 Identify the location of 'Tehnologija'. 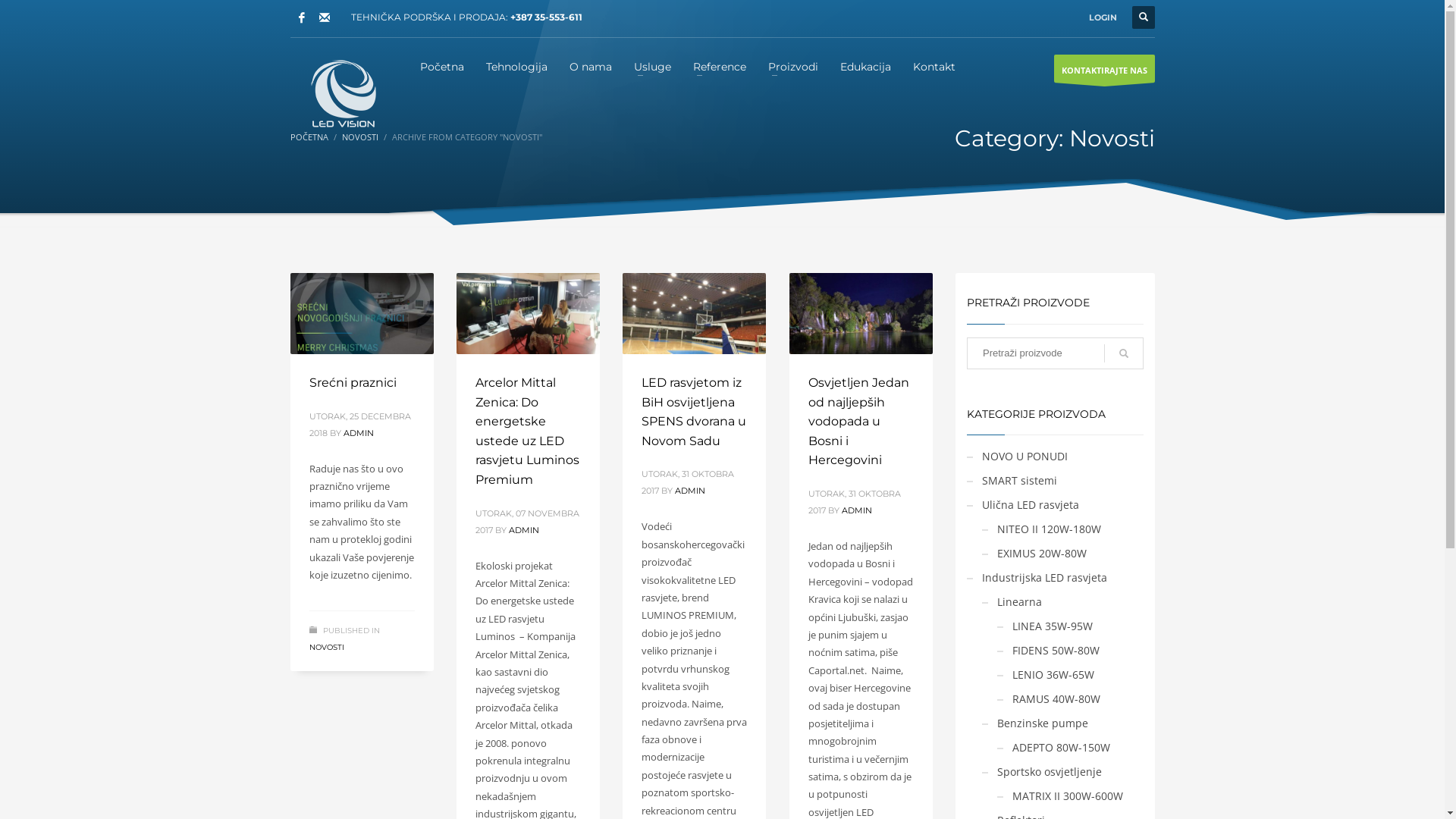
(516, 65).